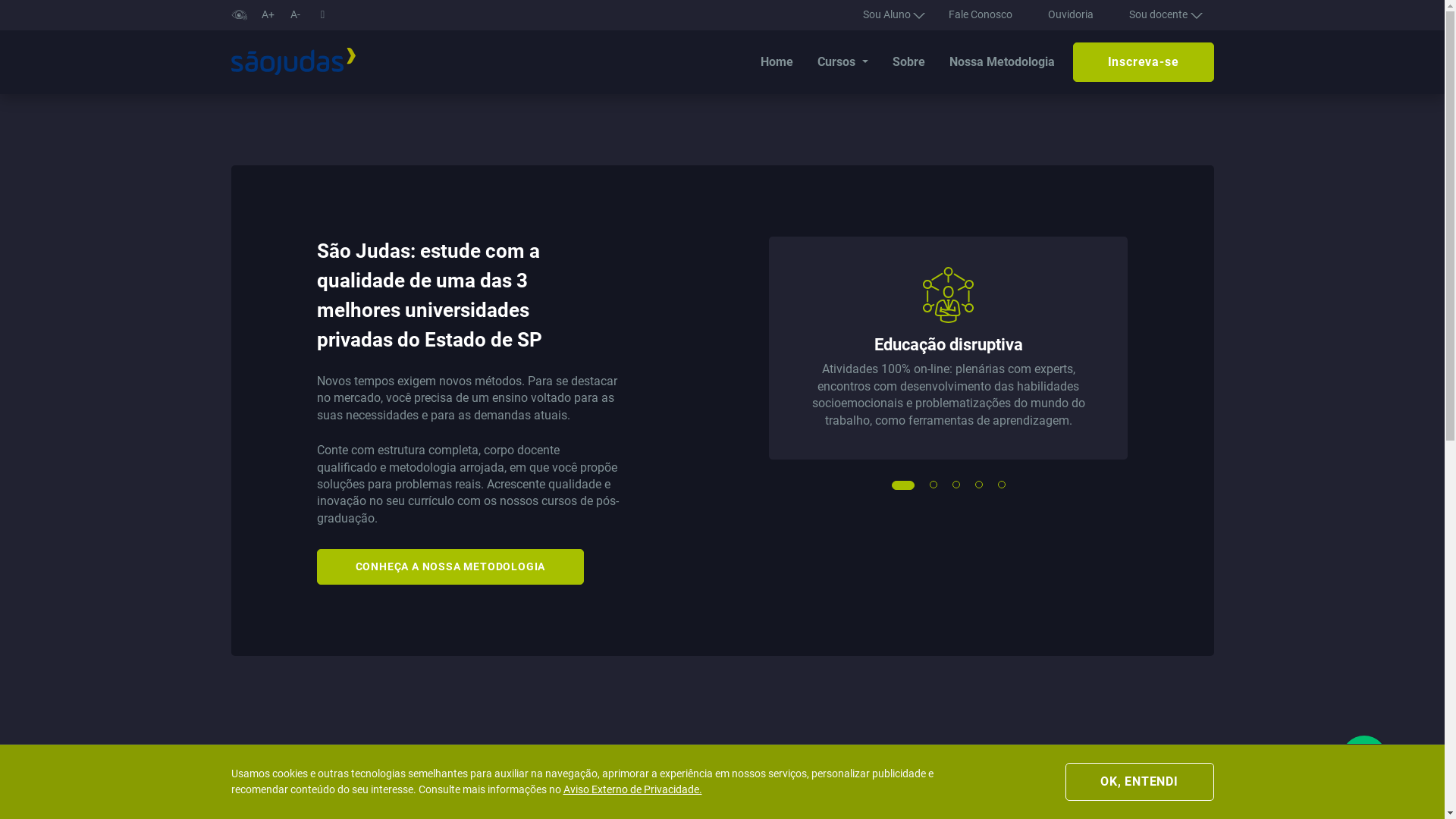  Describe the element at coordinates (841, 61) in the screenshot. I see `'Cursos'` at that location.